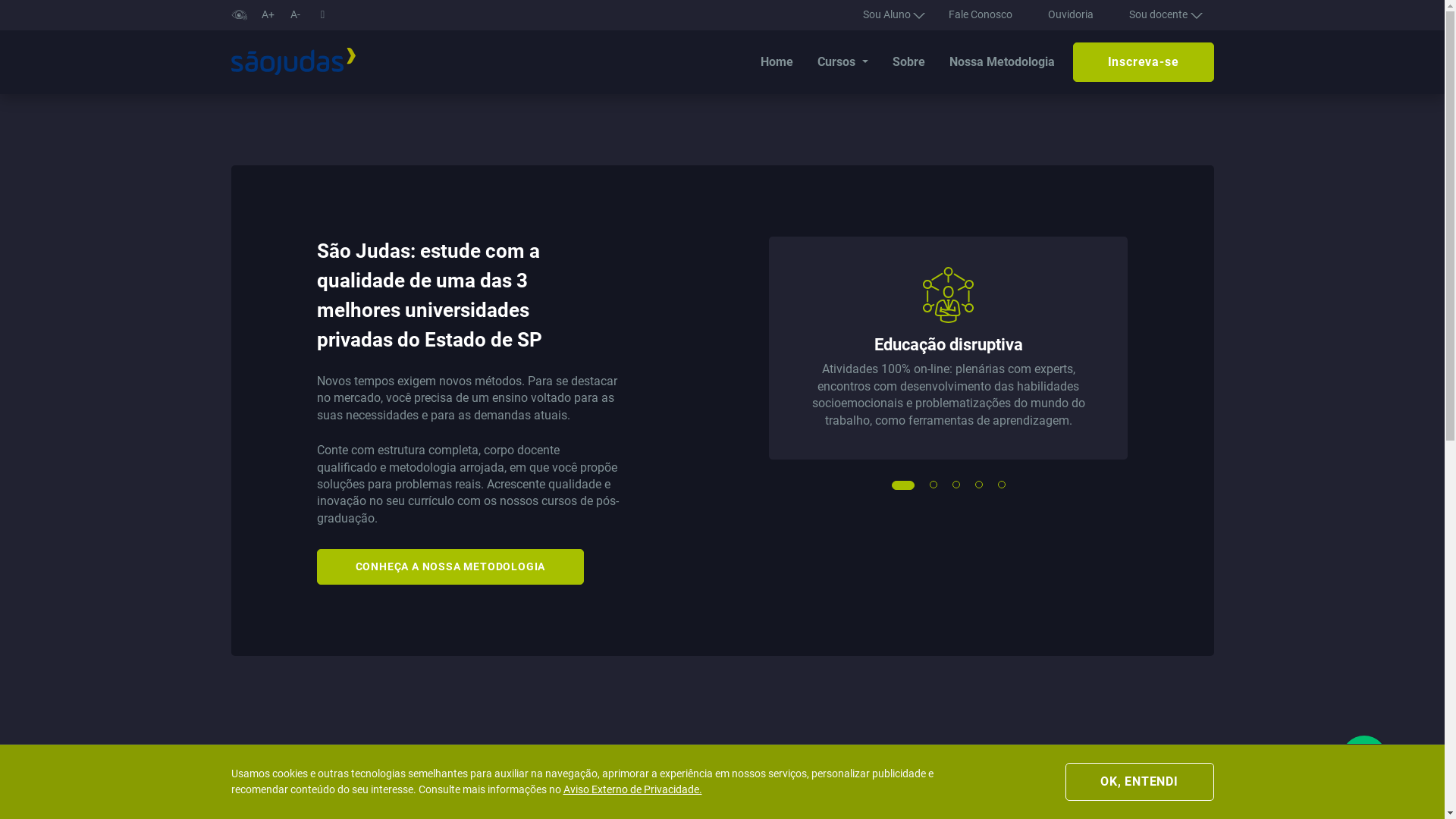  Describe the element at coordinates (841, 61) in the screenshot. I see `'Cursos'` at that location.